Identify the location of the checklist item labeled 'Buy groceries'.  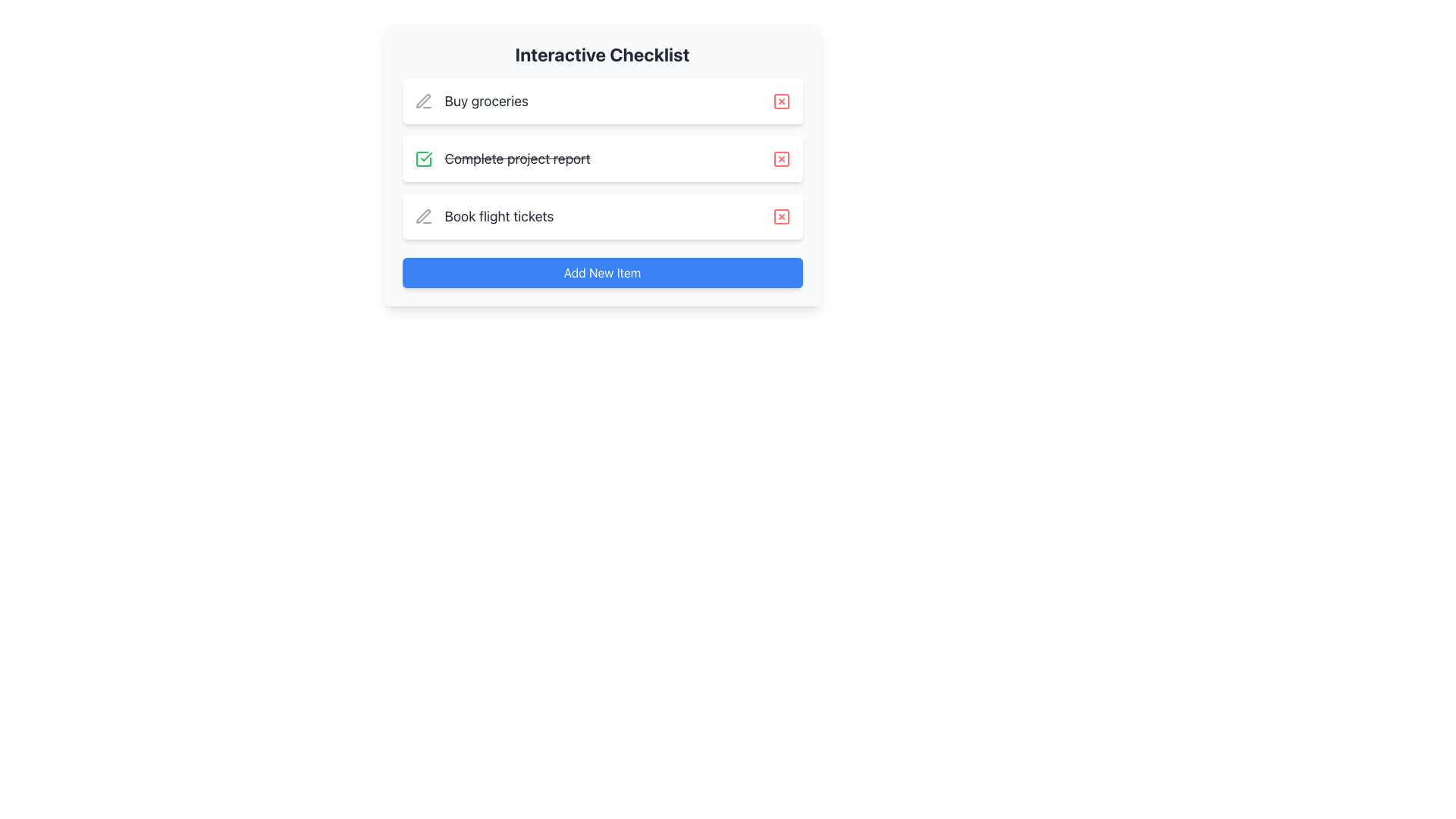
(470, 102).